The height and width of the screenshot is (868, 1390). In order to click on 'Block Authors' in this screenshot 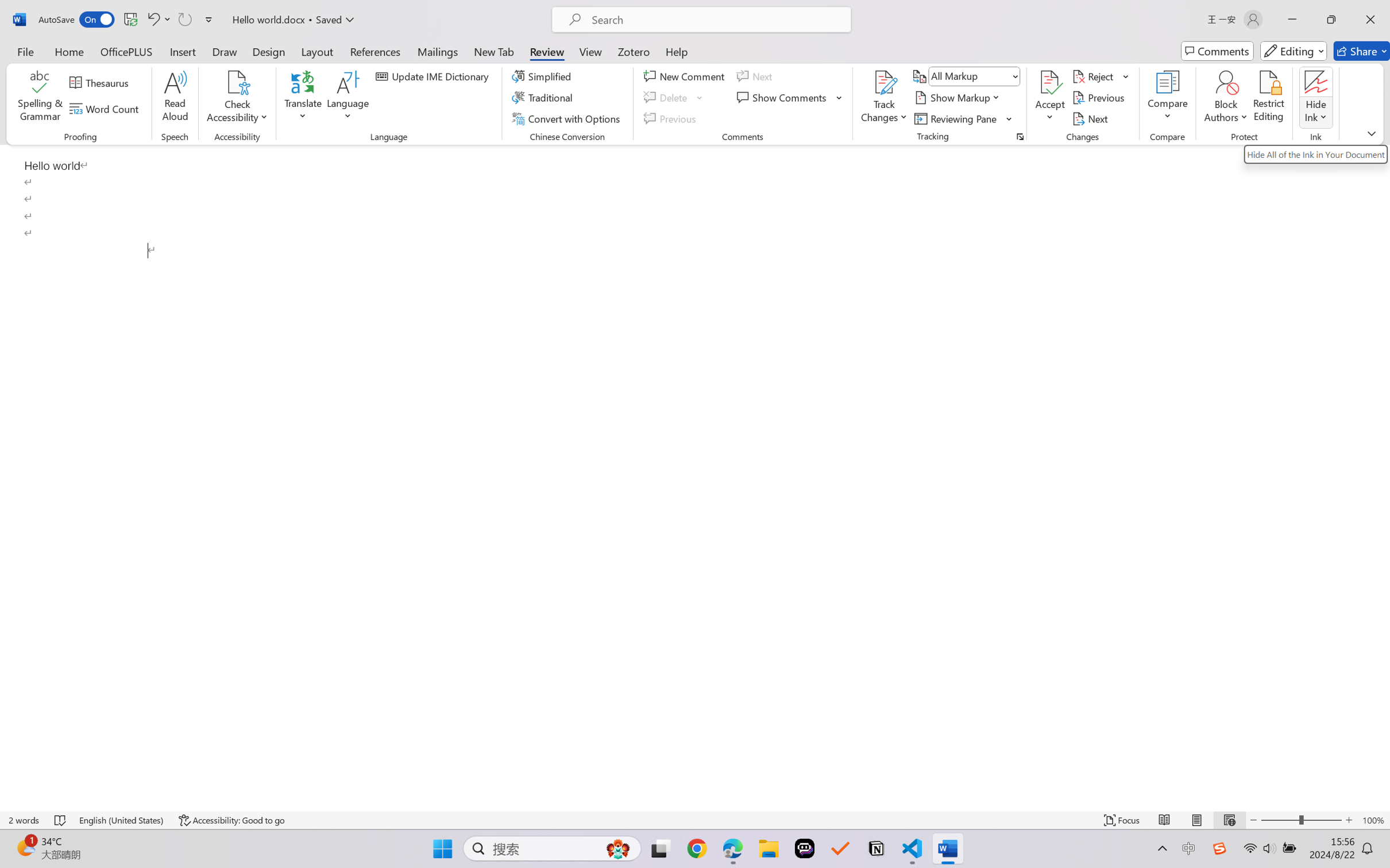, I will do `click(1225, 98)`.